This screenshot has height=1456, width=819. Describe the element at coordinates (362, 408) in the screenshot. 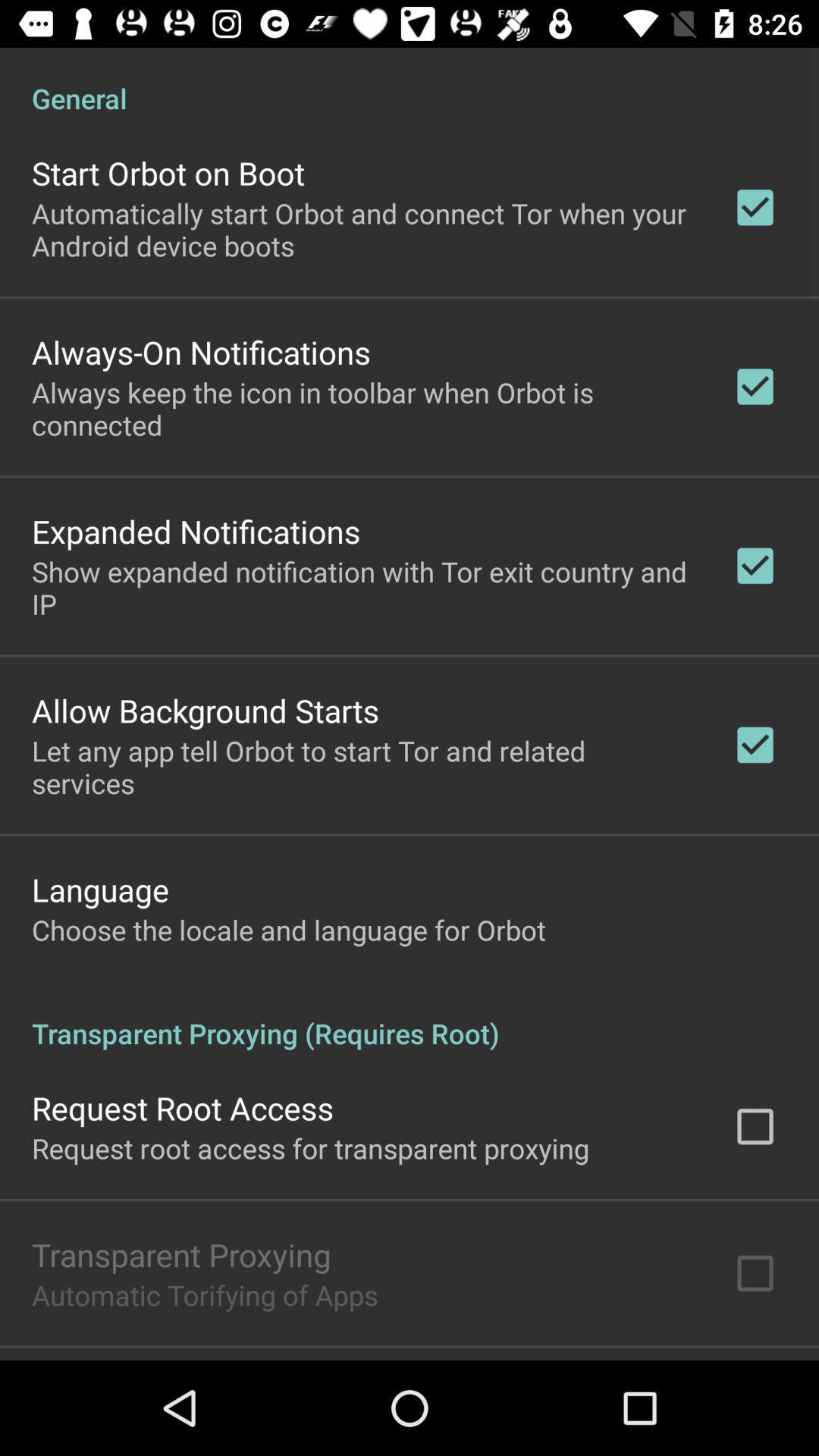

I see `the app below always-on notifications item` at that location.